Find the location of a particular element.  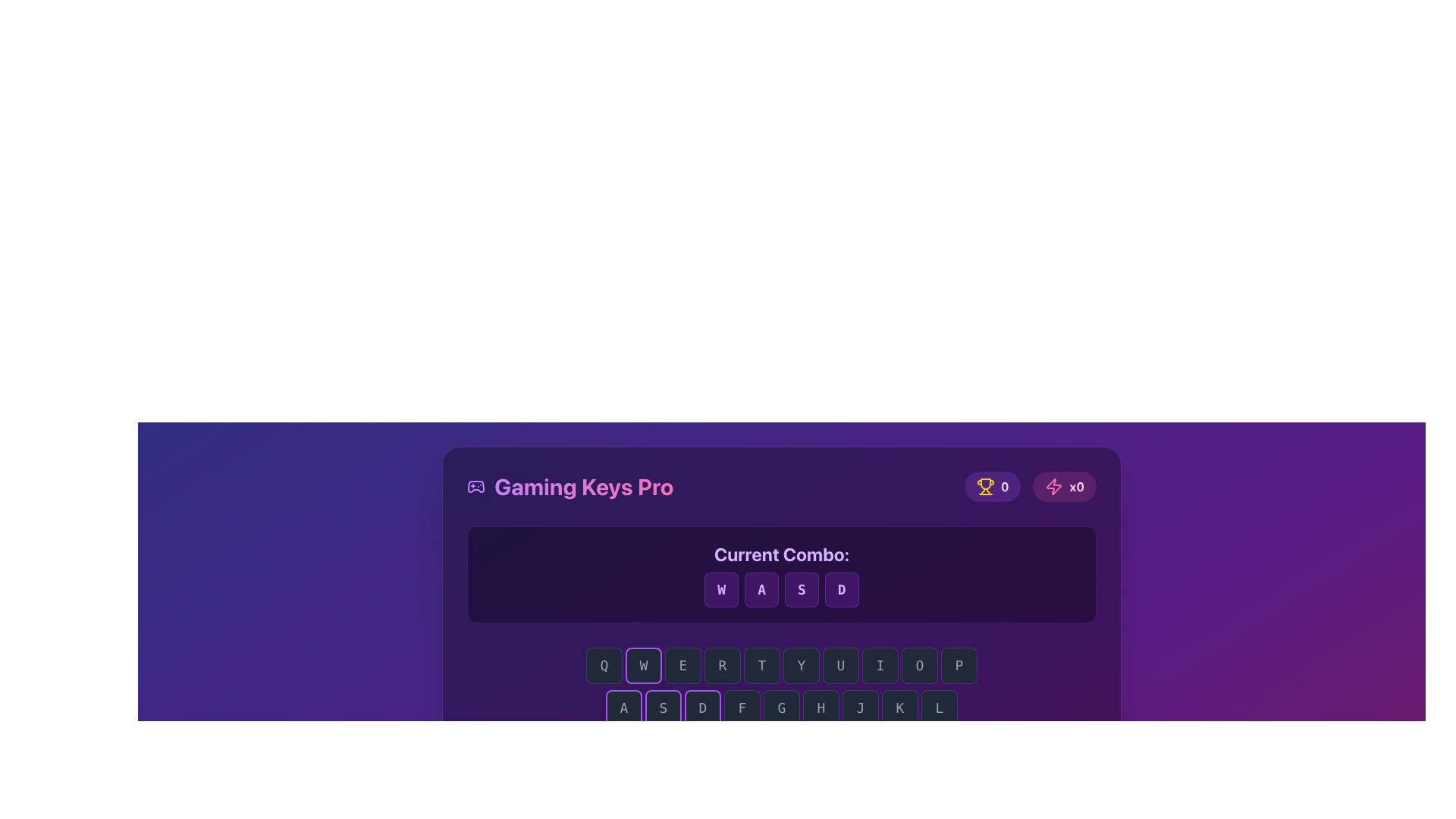

the gamepad-shaped icon, which is the central graphical element in the icon group near the 'Gaming Keys Pro' section header is located at coordinates (475, 486).